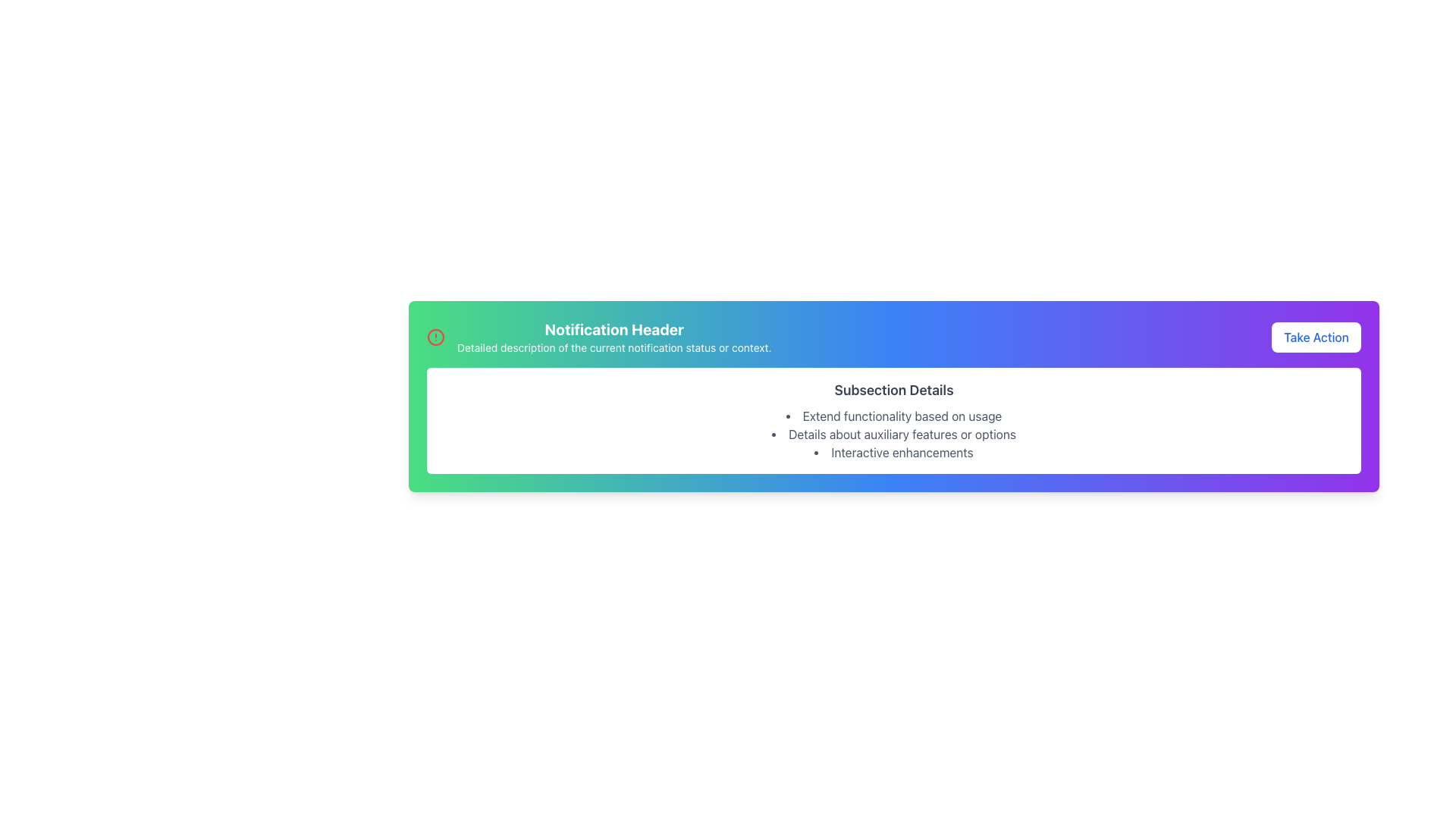  Describe the element at coordinates (1316, 336) in the screenshot. I see `the 'Take Action' button with blue text and a white background` at that location.